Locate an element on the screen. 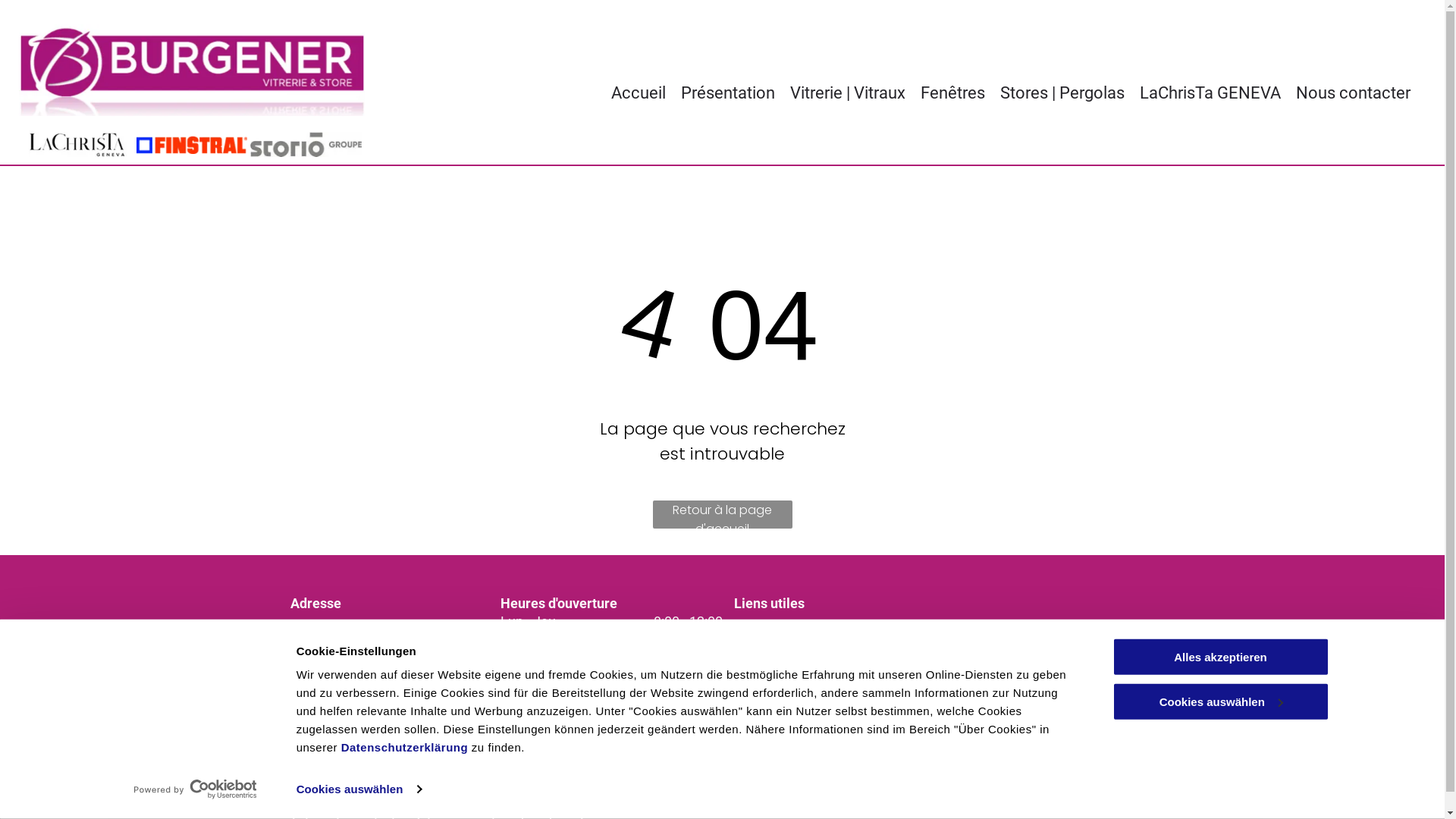 The image size is (1456, 819). 'Somfy' is located at coordinates (764, 693).